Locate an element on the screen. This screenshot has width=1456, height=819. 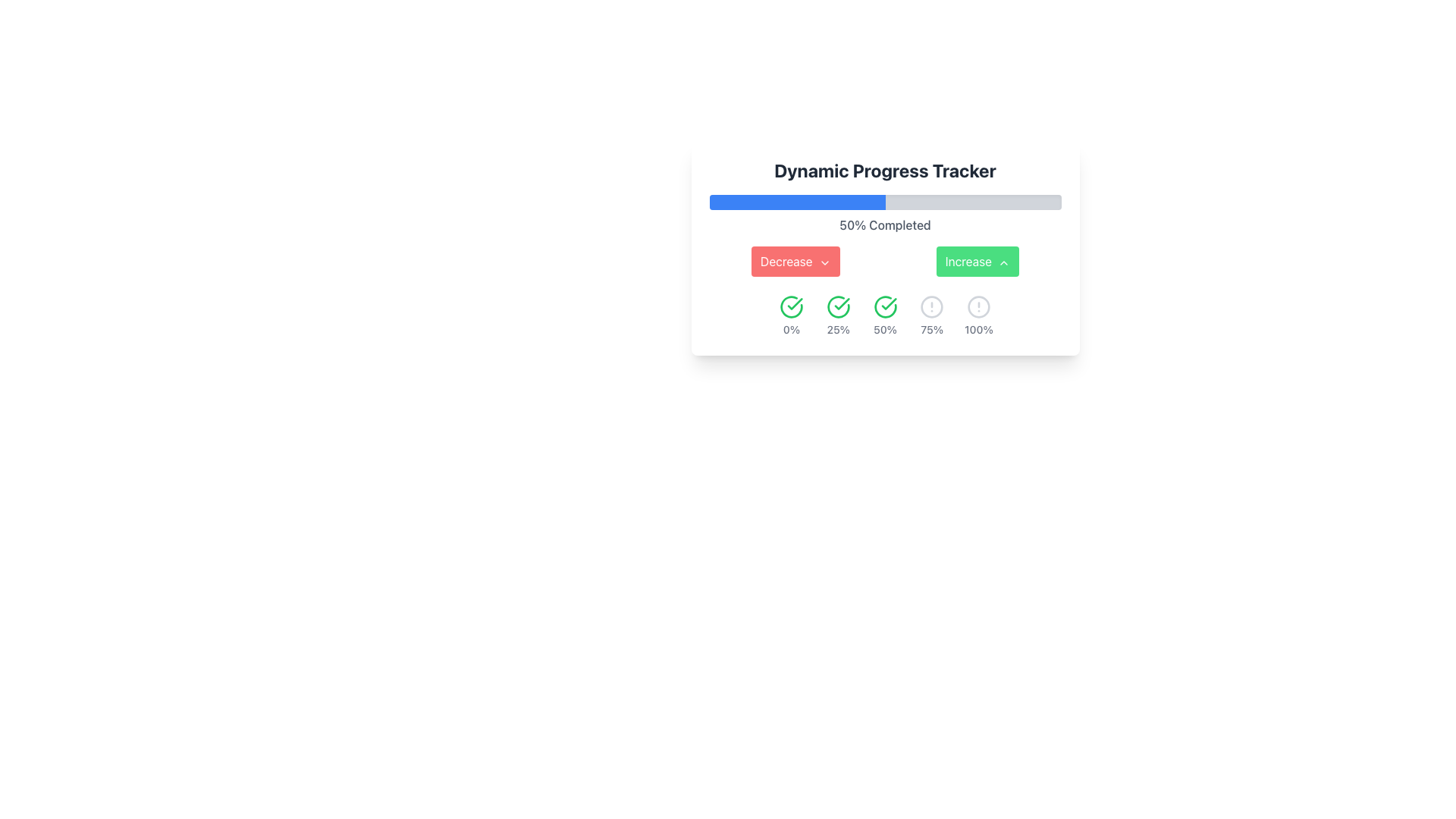
the circular icon that indicates '0%' completion status in the progress tracking interface, located above the '0%' is located at coordinates (790, 307).